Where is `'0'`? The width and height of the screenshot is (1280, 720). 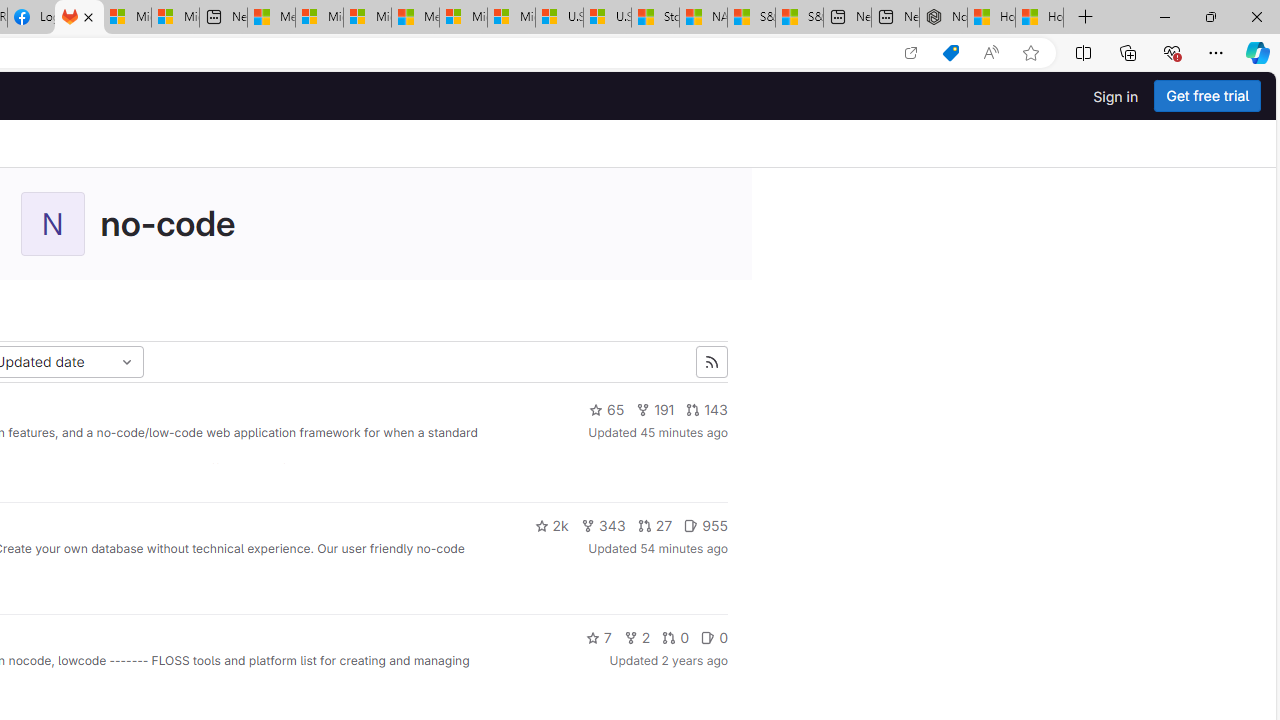
'0' is located at coordinates (714, 637).